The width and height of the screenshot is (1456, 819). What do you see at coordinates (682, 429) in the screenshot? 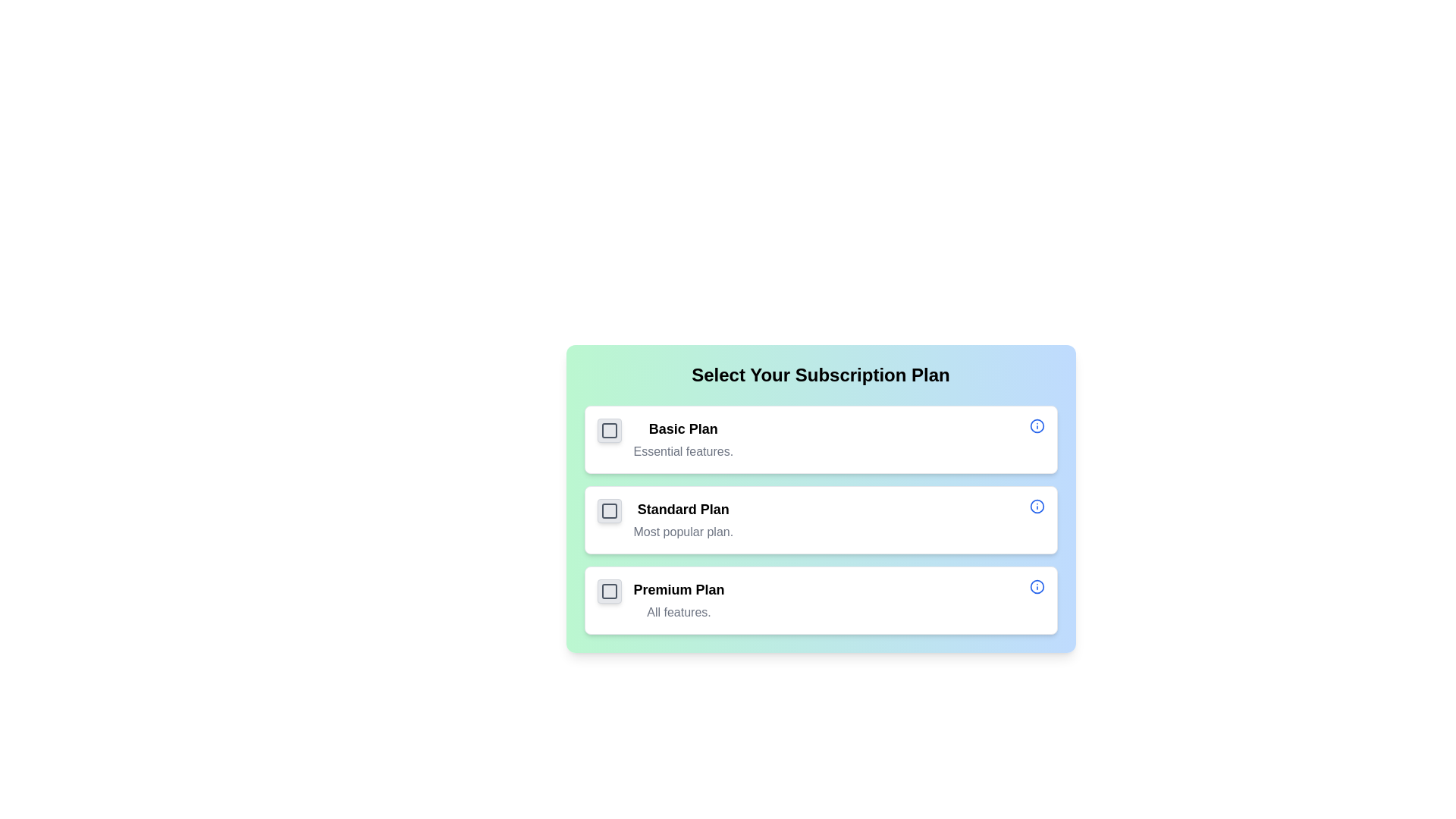
I see `the 'Basic Plan' title text label, which is positioned above the 'Essential features.' text in the first subscription card and aligned with a checkbox to its left` at bounding box center [682, 429].